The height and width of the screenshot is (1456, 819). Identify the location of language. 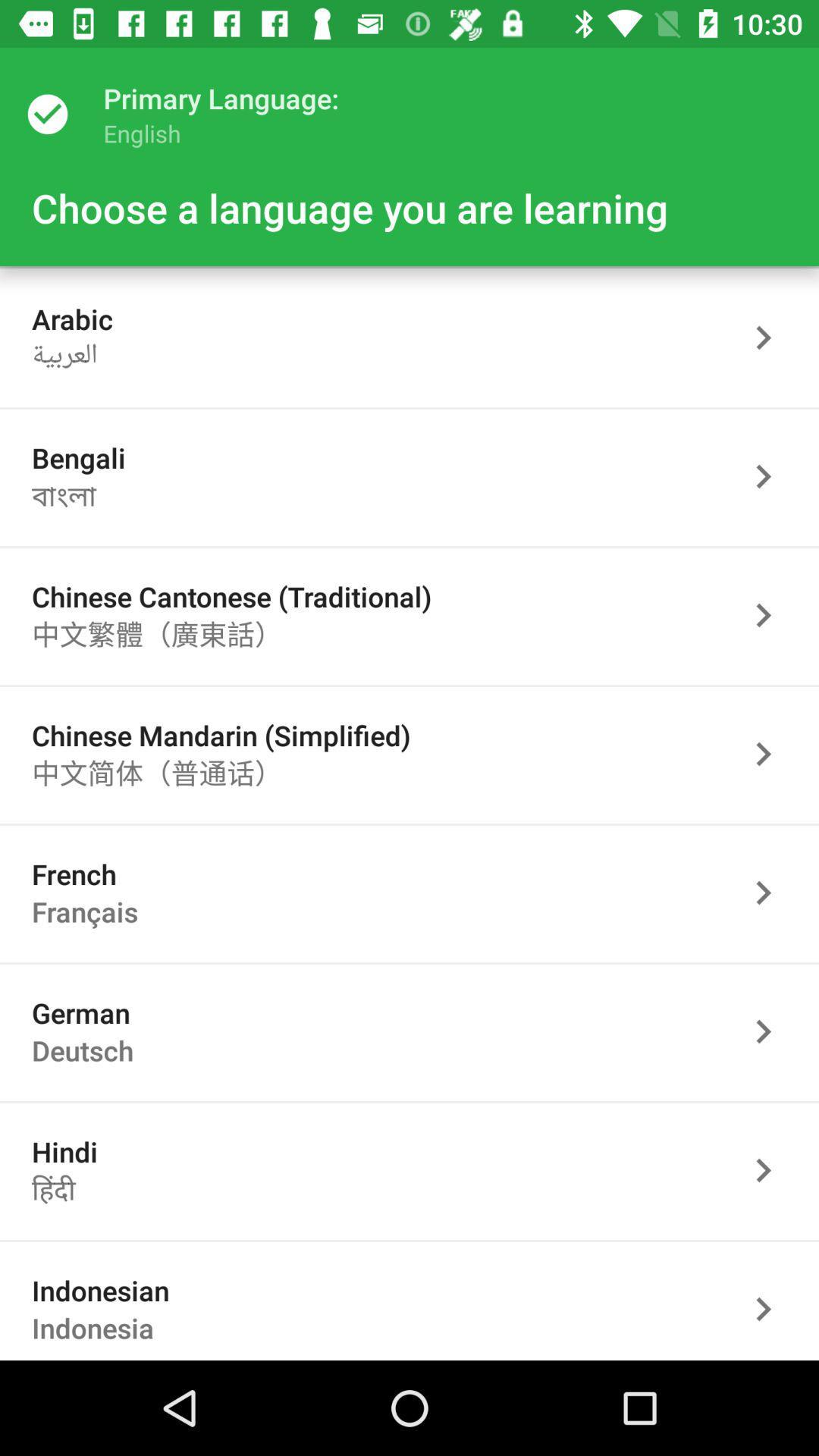
(771, 754).